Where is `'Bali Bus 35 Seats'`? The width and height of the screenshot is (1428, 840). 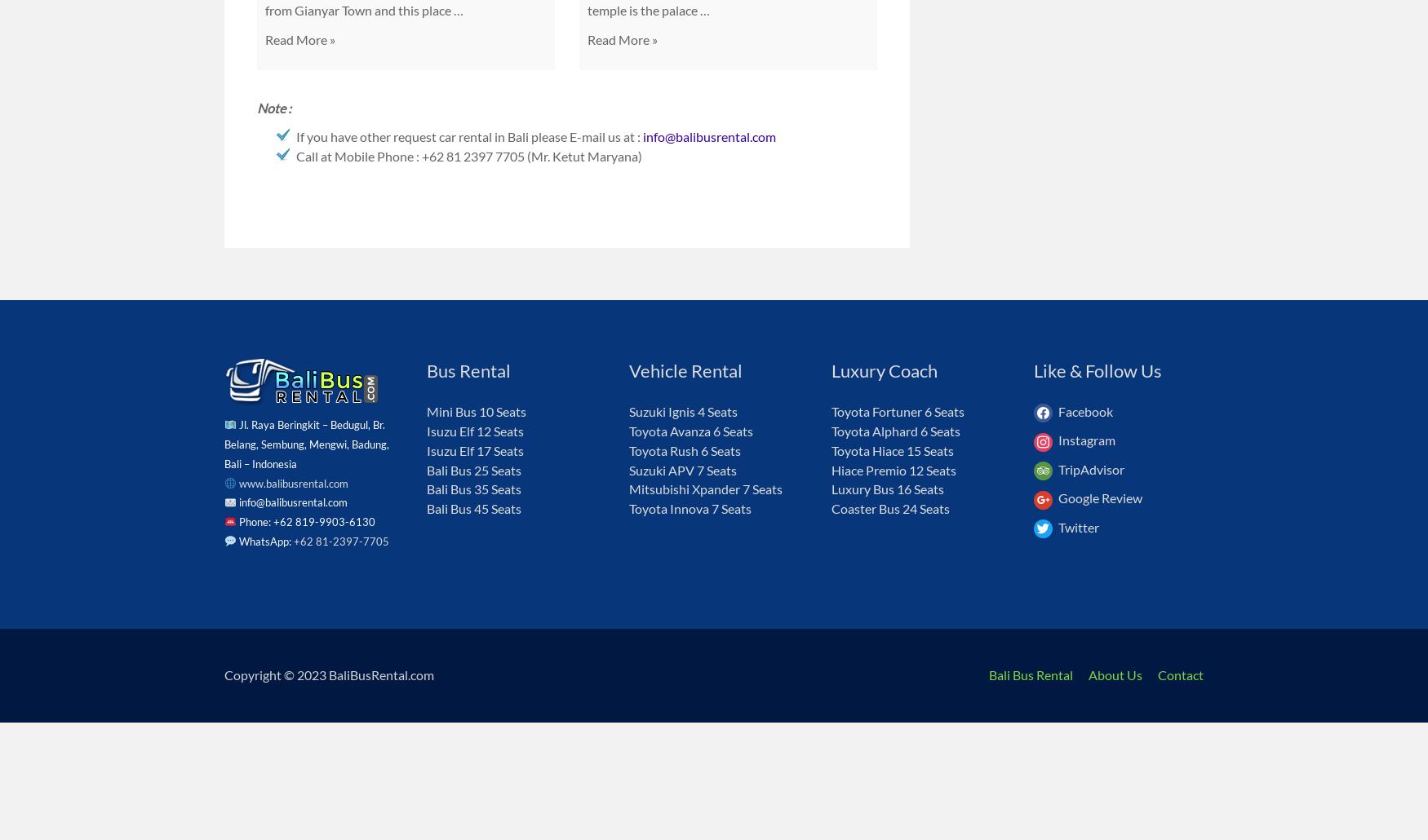
'Bali Bus 35 Seats' is located at coordinates (474, 489).